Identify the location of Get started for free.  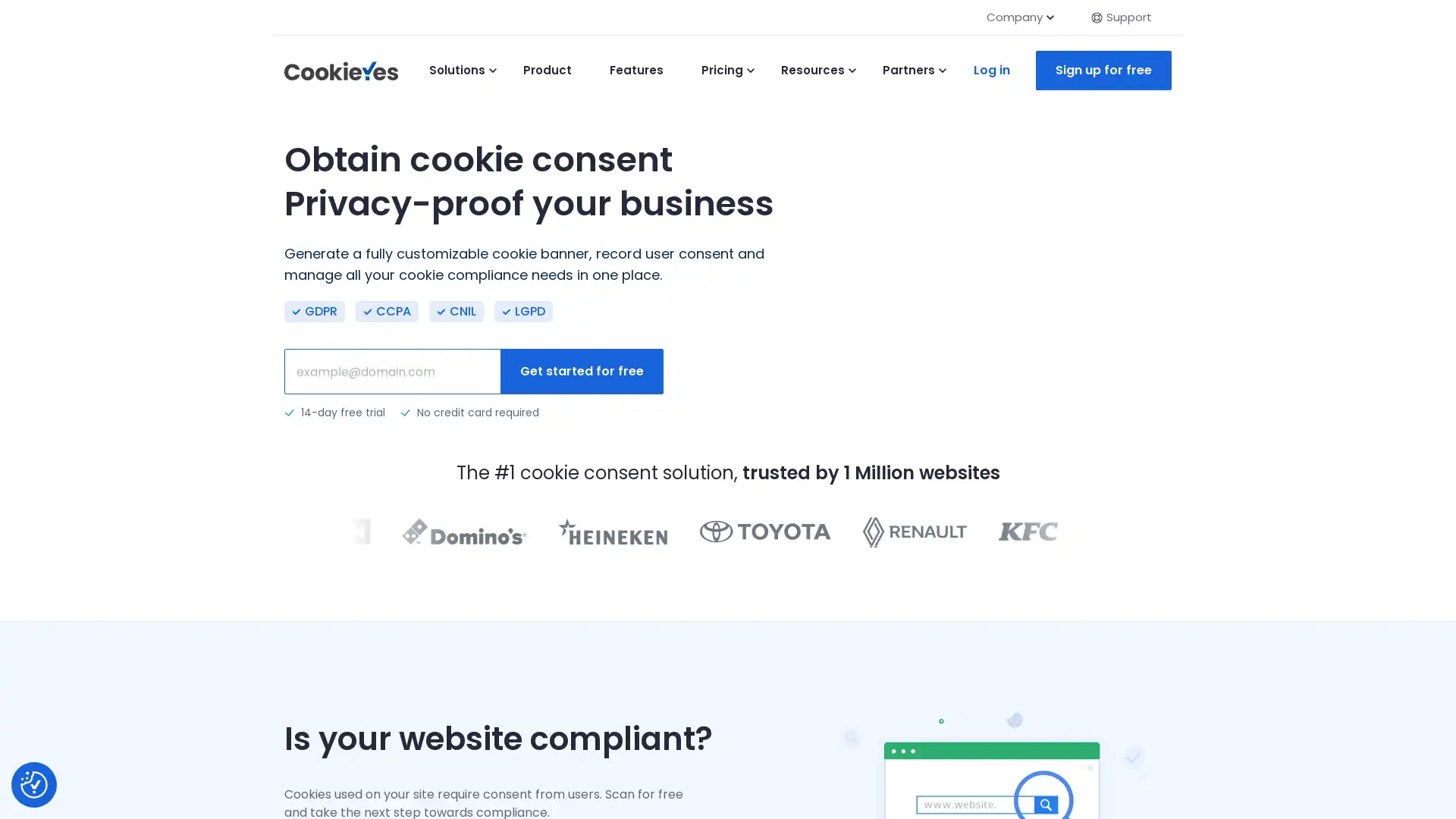
(581, 371).